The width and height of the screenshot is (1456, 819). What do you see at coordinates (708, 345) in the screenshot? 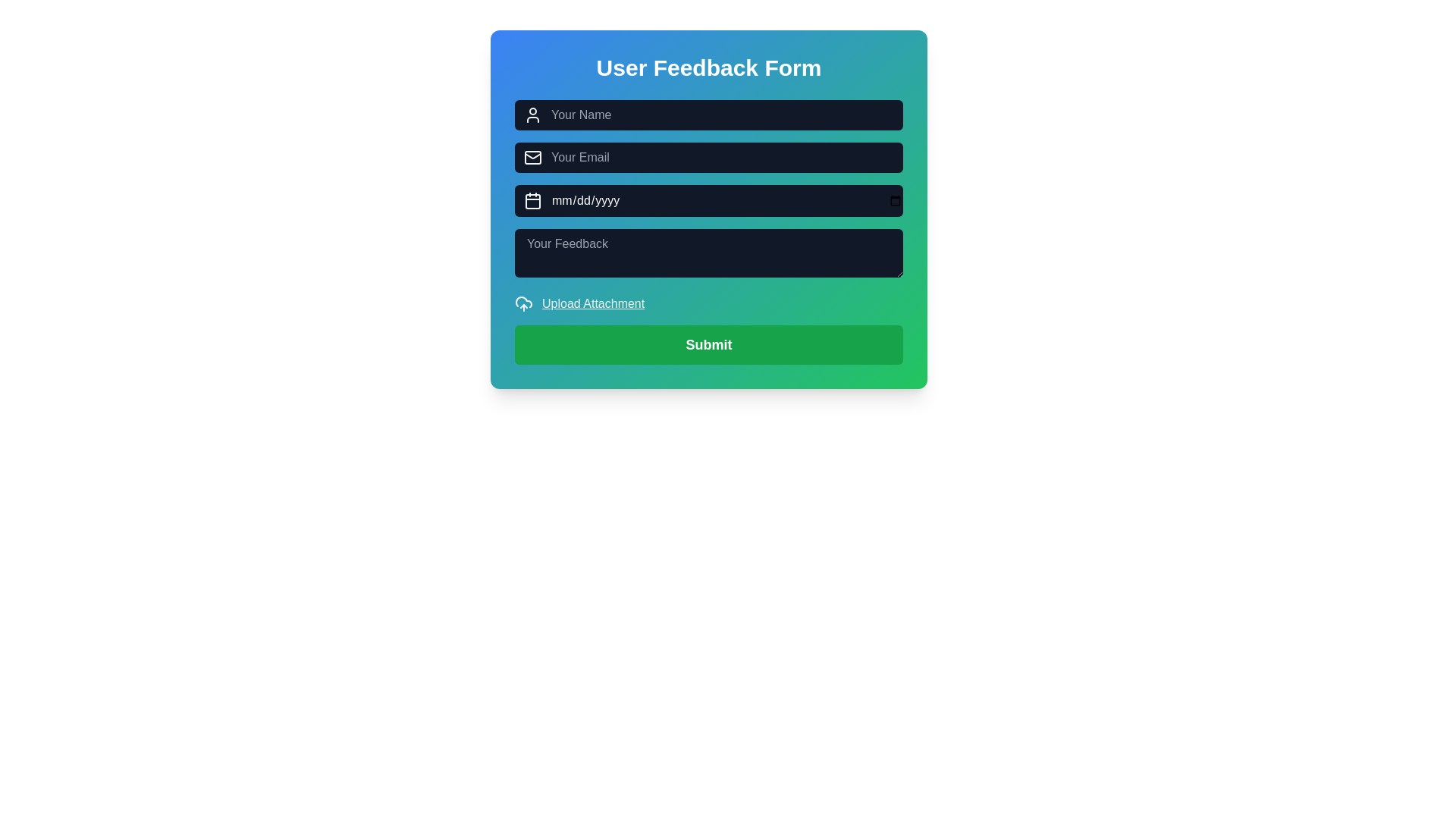
I see `the 'Submit' button with a green background and bold white font located at the bottom of the form` at bounding box center [708, 345].